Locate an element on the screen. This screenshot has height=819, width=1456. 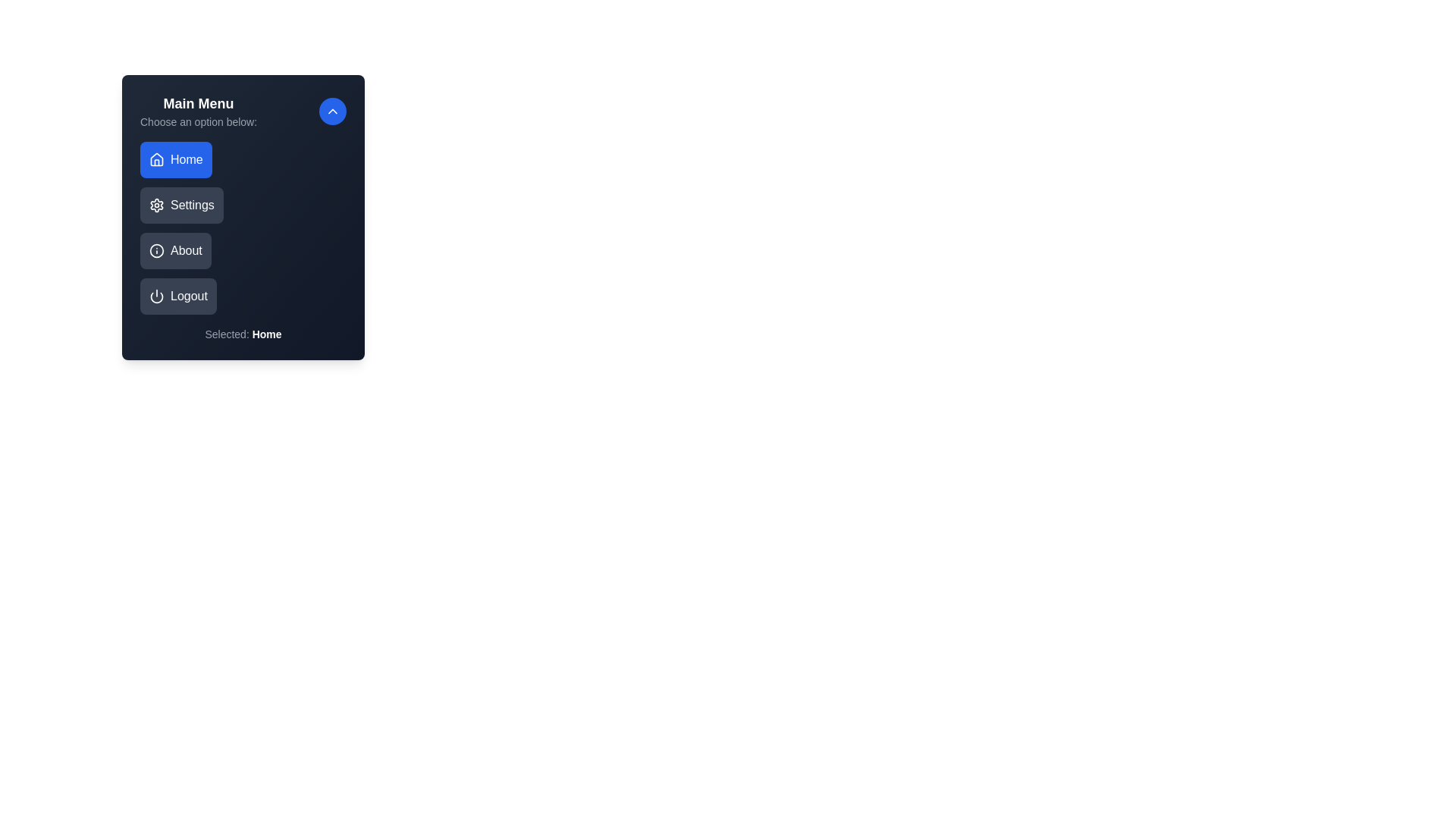
the 'About' button in the vertical menu is located at coordinates (175, 250).